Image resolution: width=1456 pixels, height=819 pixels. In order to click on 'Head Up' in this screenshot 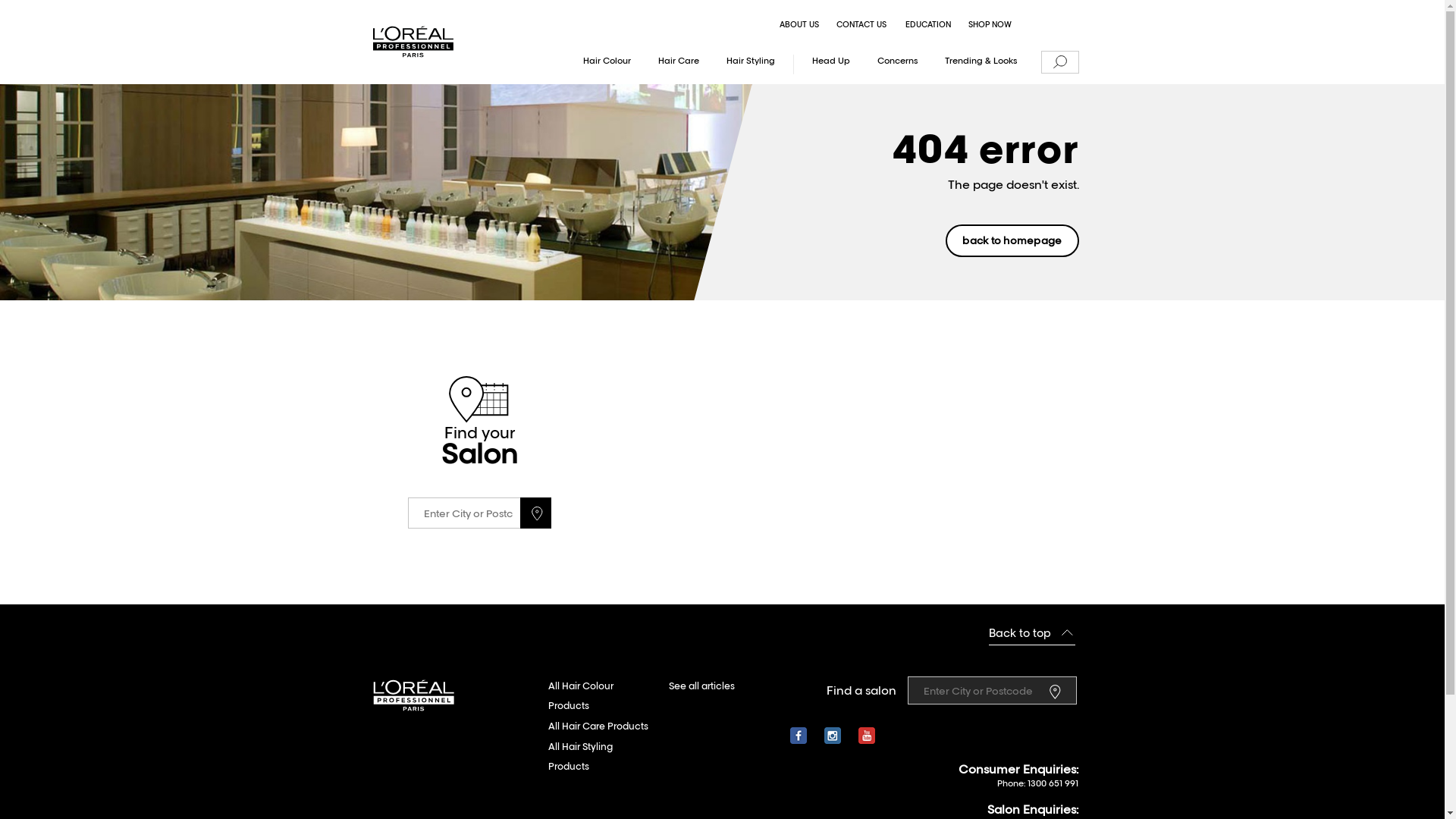, I will do `click(830, 63)`.